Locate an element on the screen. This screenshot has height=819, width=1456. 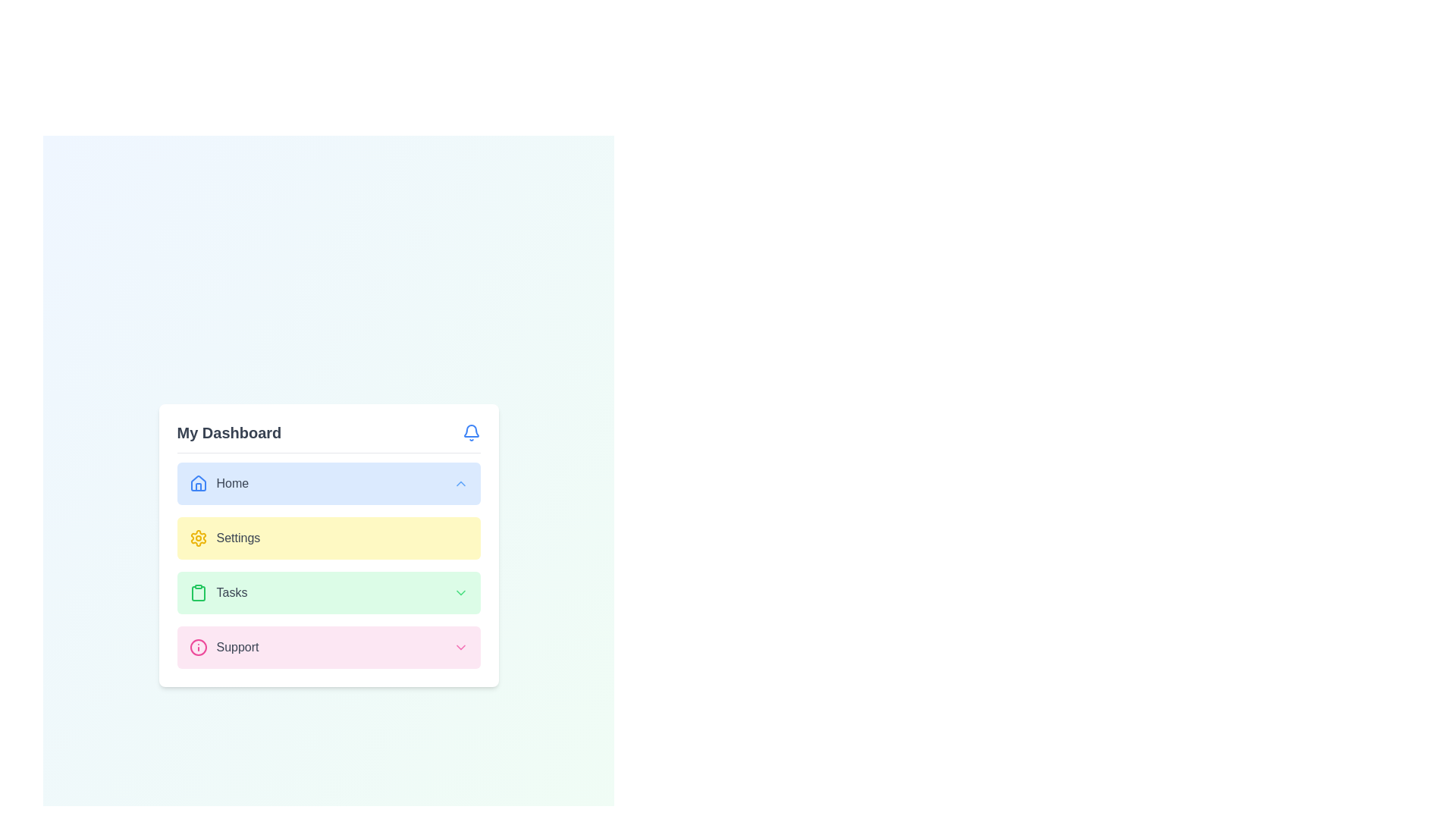
the 'Tasks' menu item, which features a green clipboard icon and medium gray text on a light green background is located at coordinates (218, 591).